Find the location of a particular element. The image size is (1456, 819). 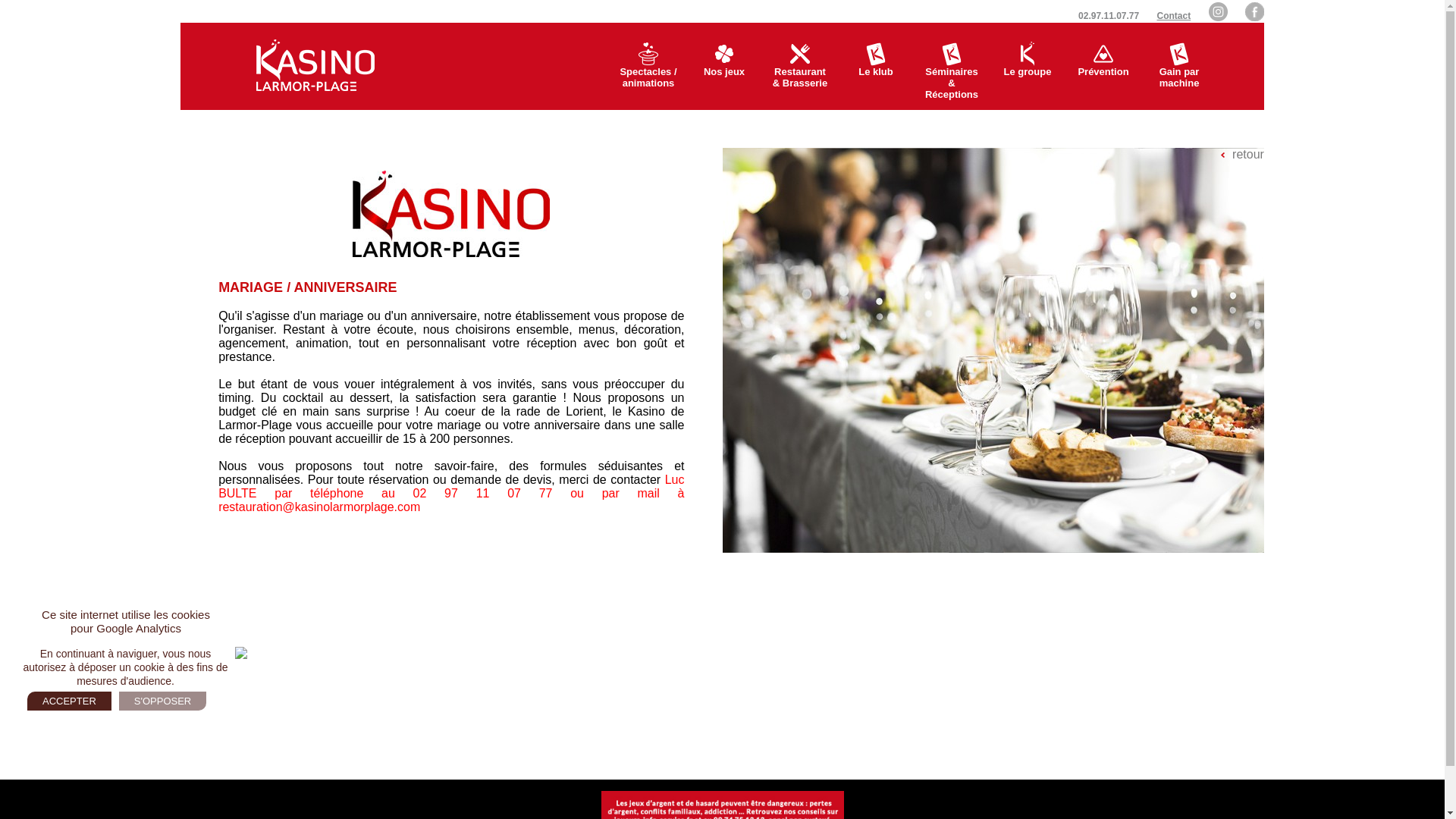

'S'OPPOSER' is located at coordinates (118, 701).